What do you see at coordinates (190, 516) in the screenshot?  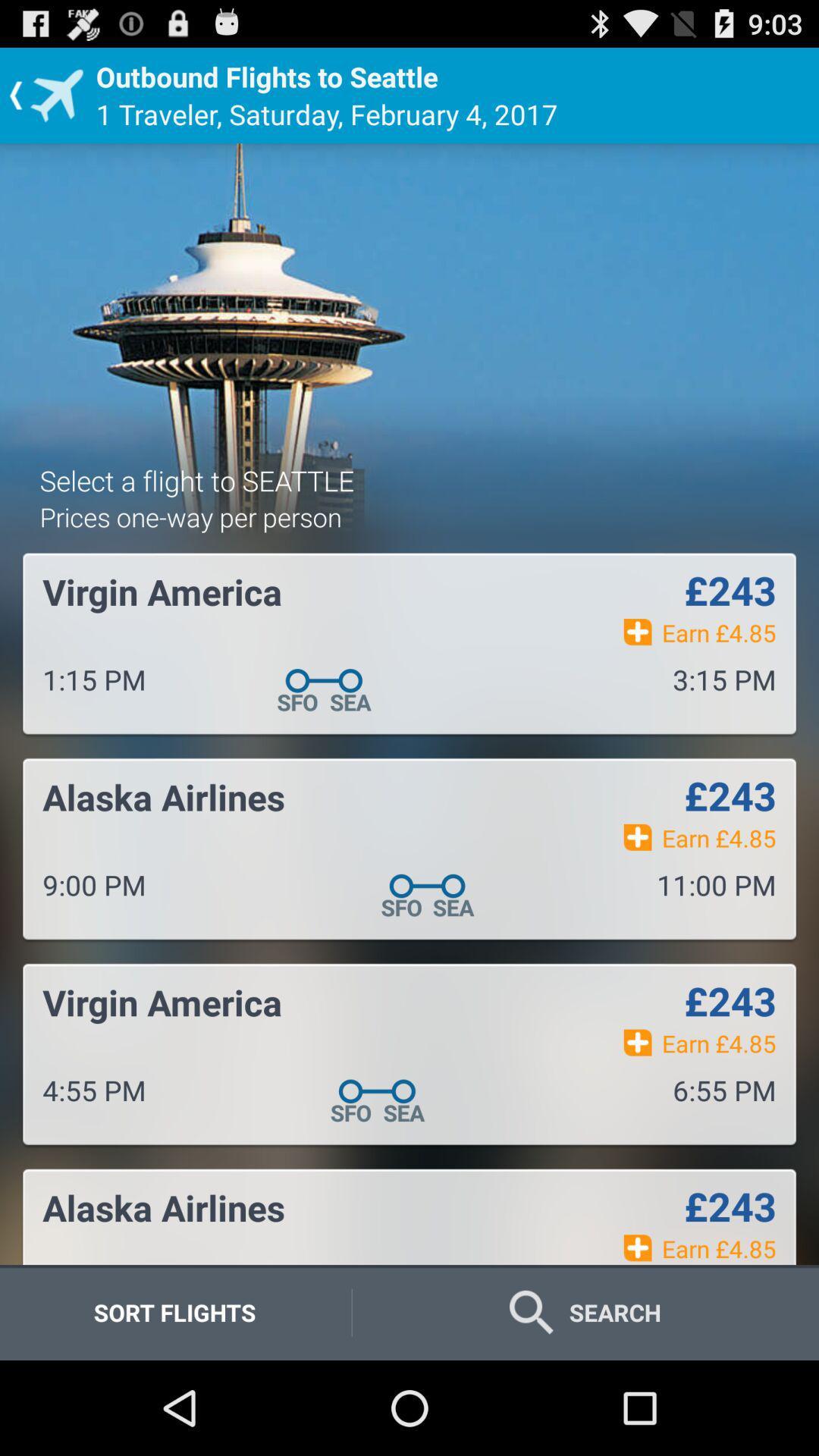 I see `prices one way item` at bounding box center [190, 516].